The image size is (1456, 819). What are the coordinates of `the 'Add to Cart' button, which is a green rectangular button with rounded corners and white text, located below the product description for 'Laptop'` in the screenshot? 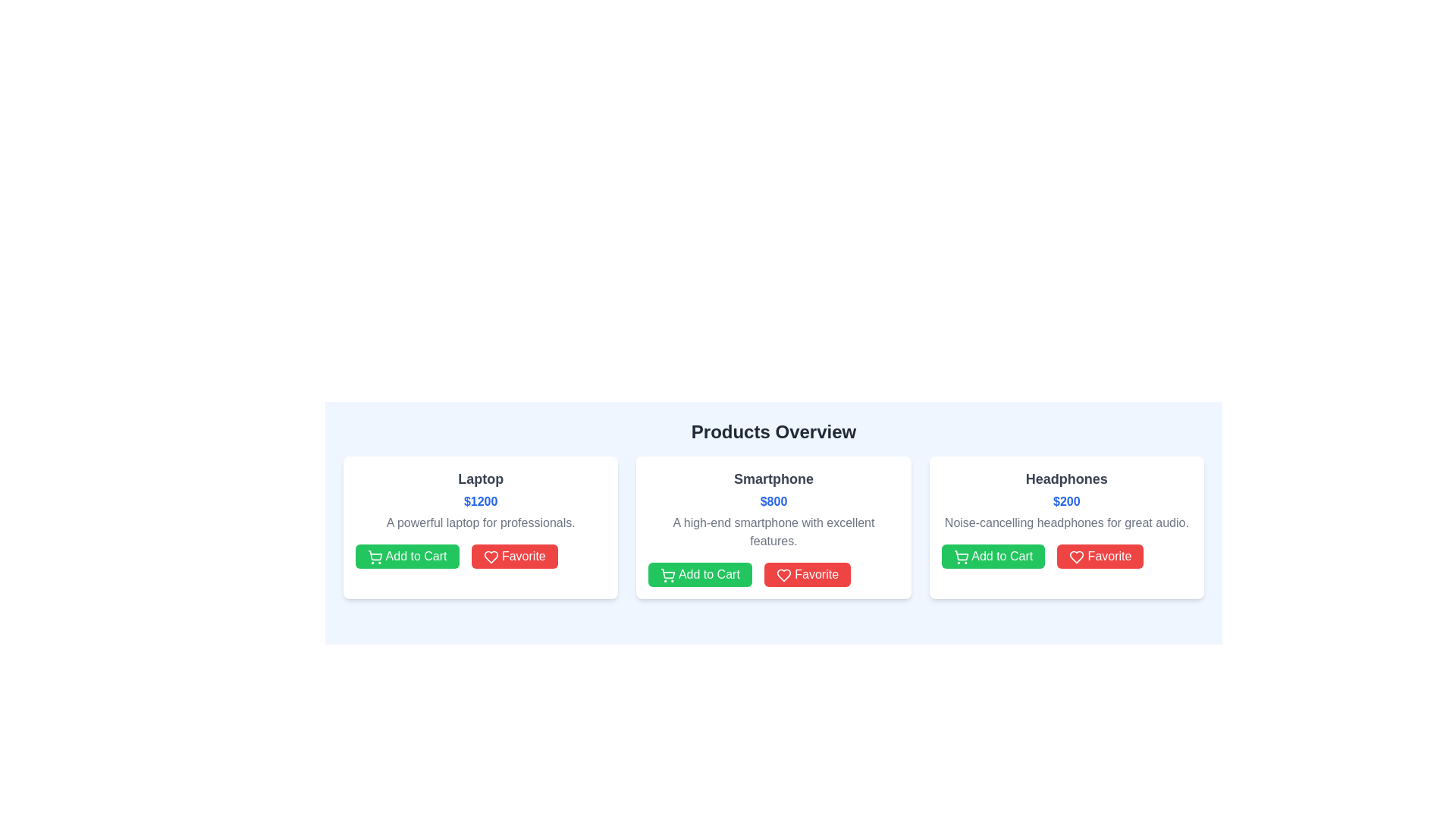 It's located at (407, 556).